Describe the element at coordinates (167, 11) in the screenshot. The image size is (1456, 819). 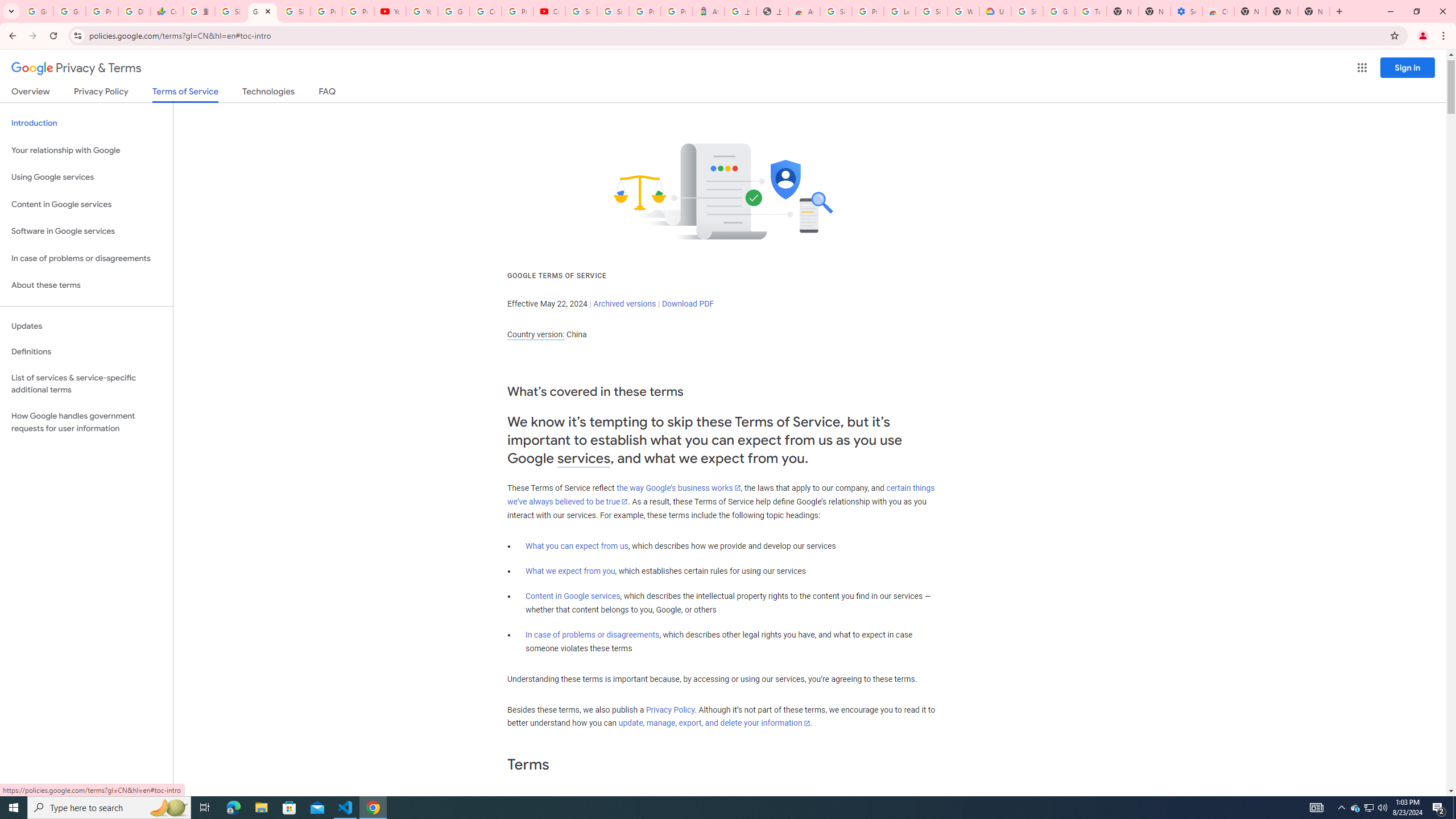
I see `'Currencies - Google Finance'` at that location.